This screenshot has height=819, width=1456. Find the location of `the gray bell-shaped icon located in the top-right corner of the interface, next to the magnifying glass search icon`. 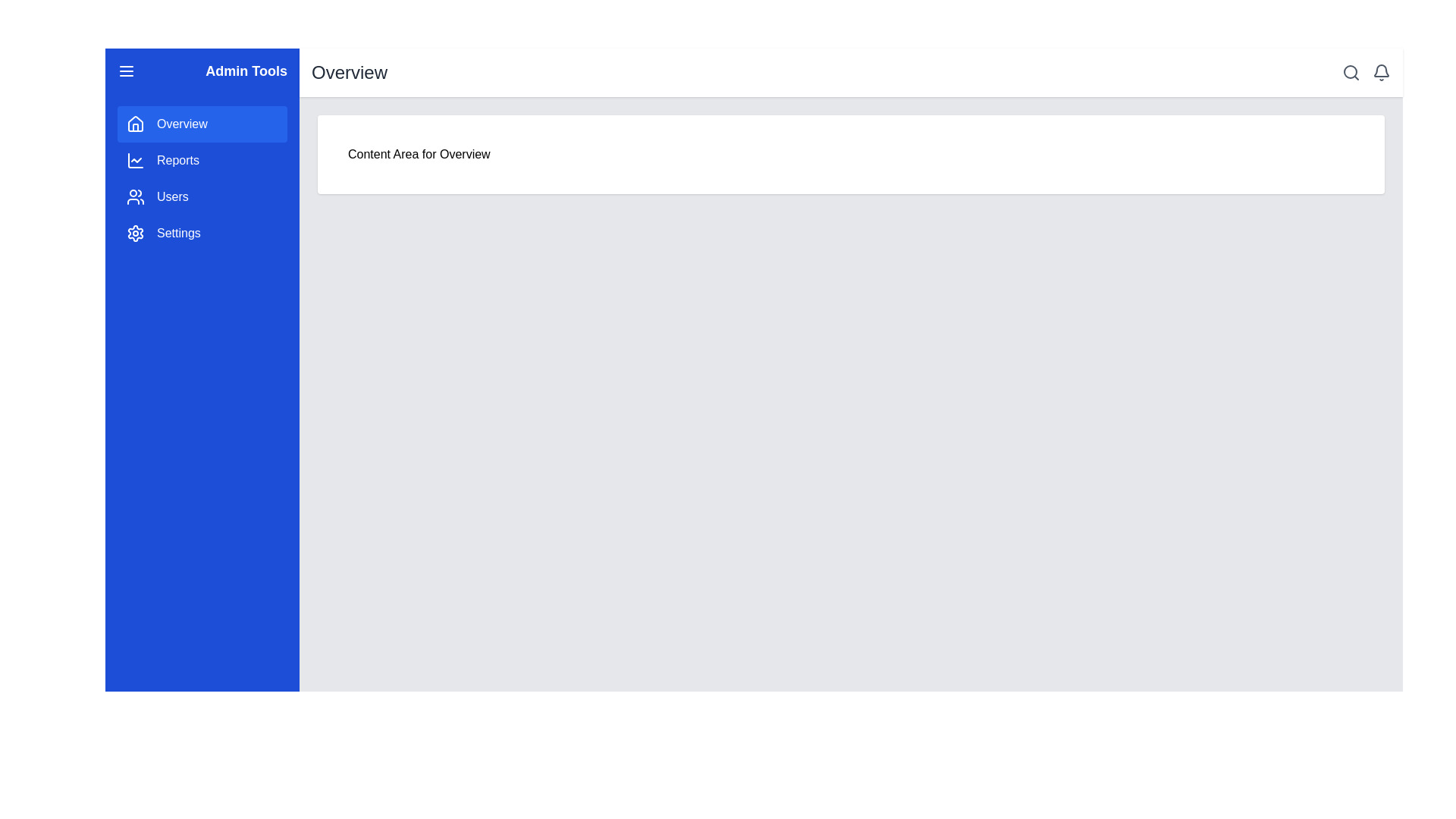

the gray bell-shaped icon located in the top-right corner of the interface, next to the magnifying glass search icon is located at coordinates (1382, 73).